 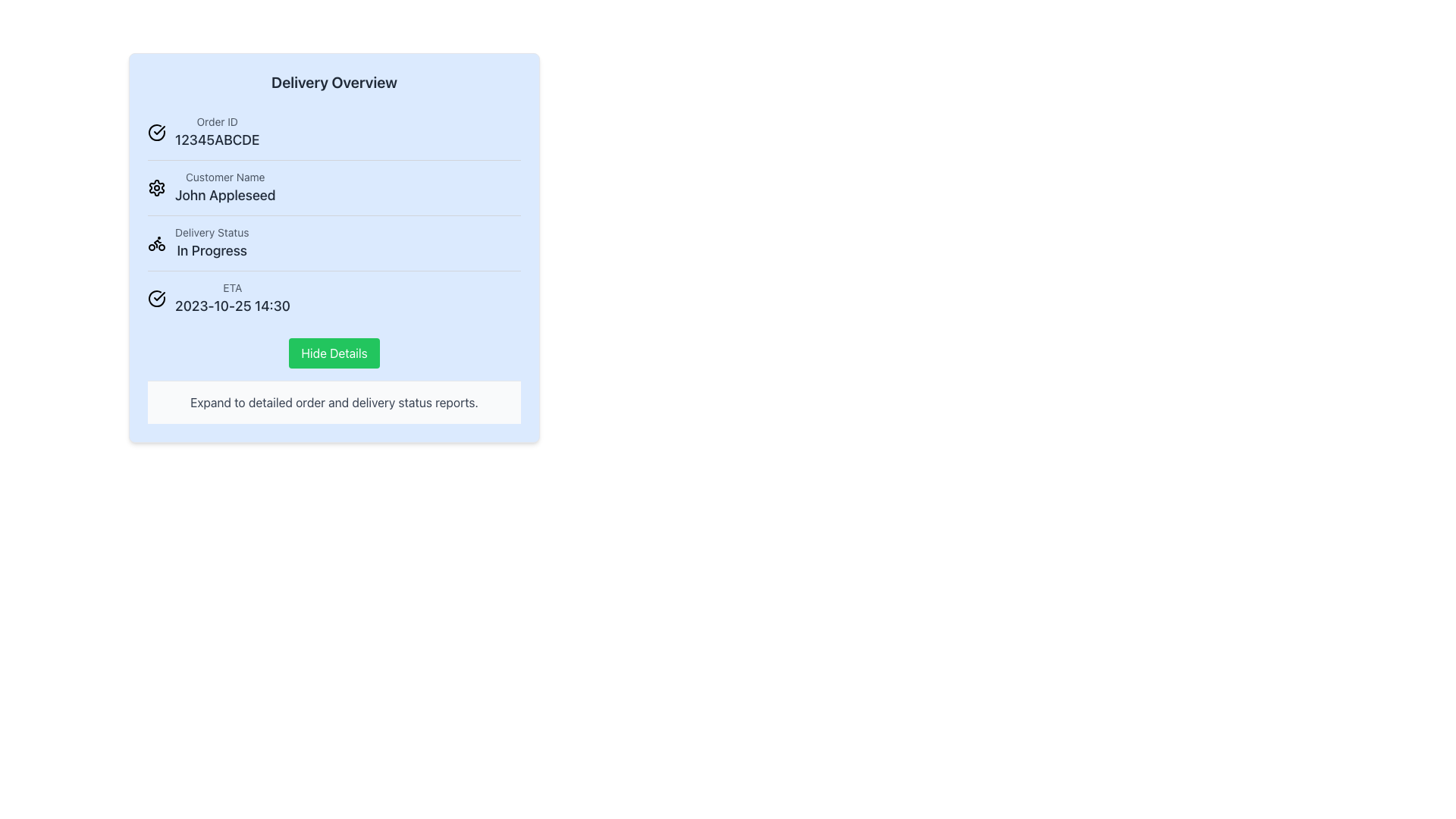 What do you see at coordinates (211, 242) in the screenshot?
I see `the Text Display element that conveys the current delivery state of a shipment, located in the third row of the 'Delivery Overview' card, between the 'Customer Name' and 'ETA' sections` at bounding box center [211, 242].